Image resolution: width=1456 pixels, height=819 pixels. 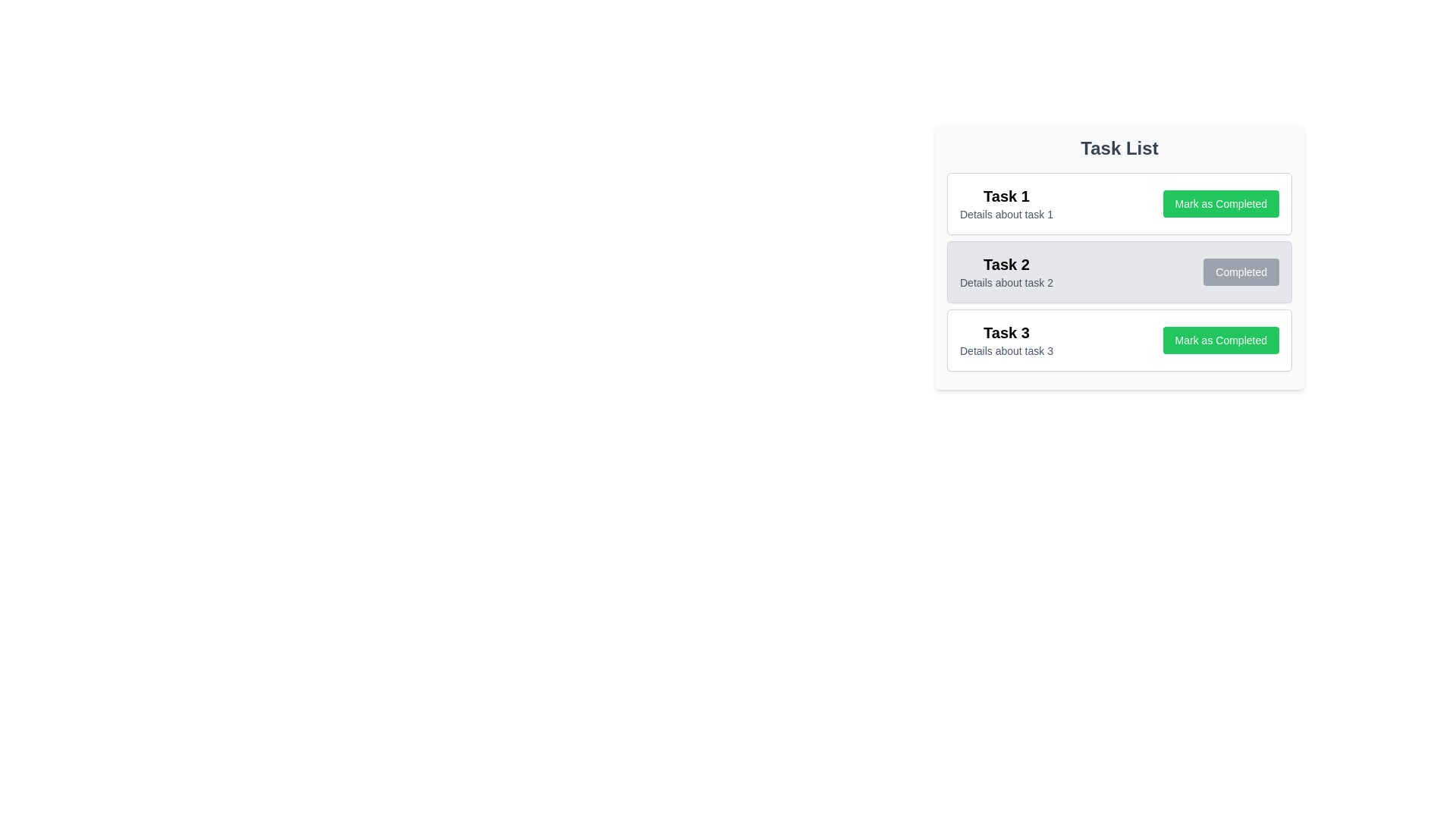 I want to click on details of the task from the Task item card labeled 'Task 3' that contains a title and a description, located at the specified coordinates, so click(x=1119, y=339).